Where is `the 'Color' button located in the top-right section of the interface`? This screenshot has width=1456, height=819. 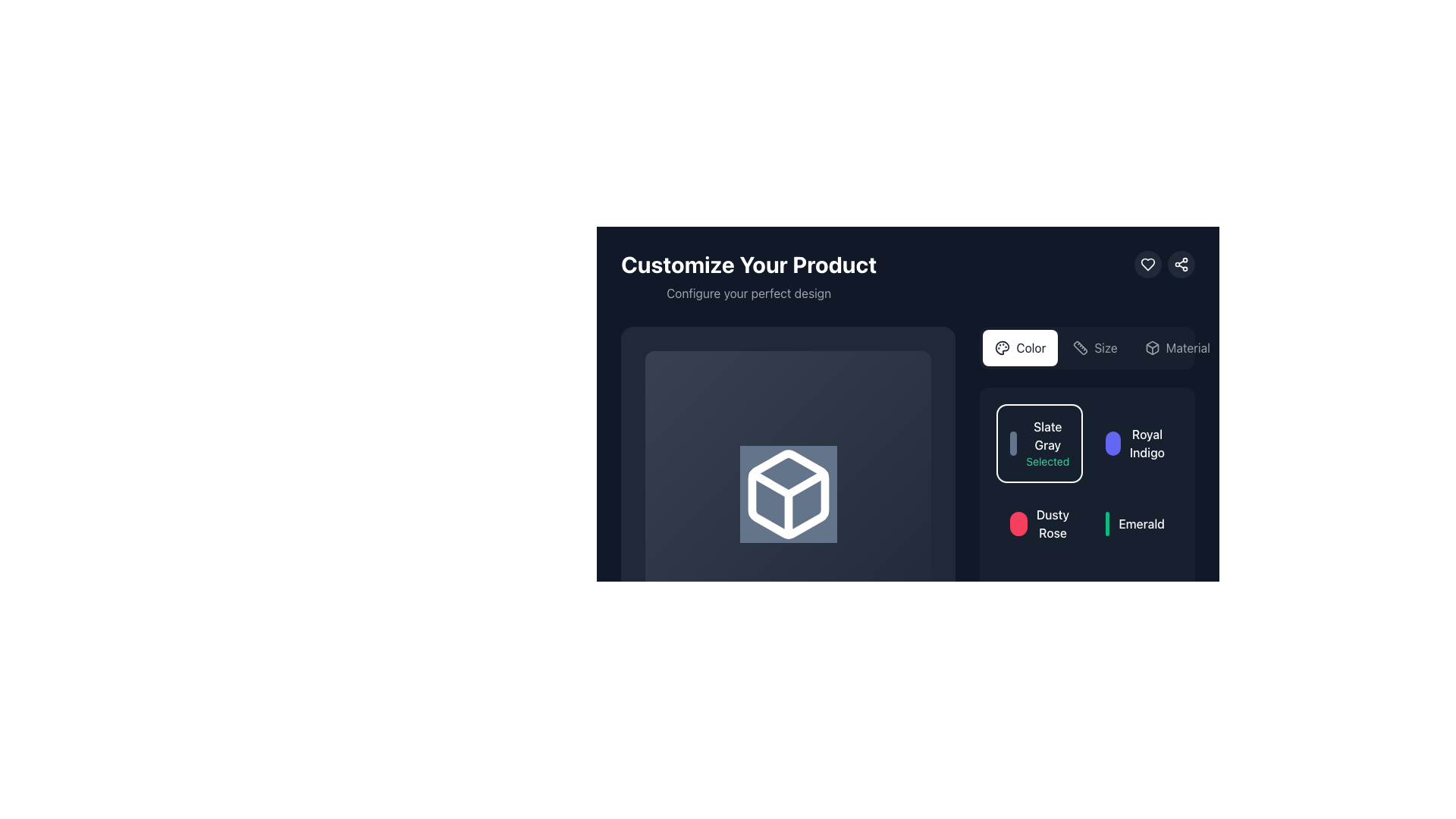 the 'Color' button located in the top-right section of the interface is located at coordinates (1020, 348).